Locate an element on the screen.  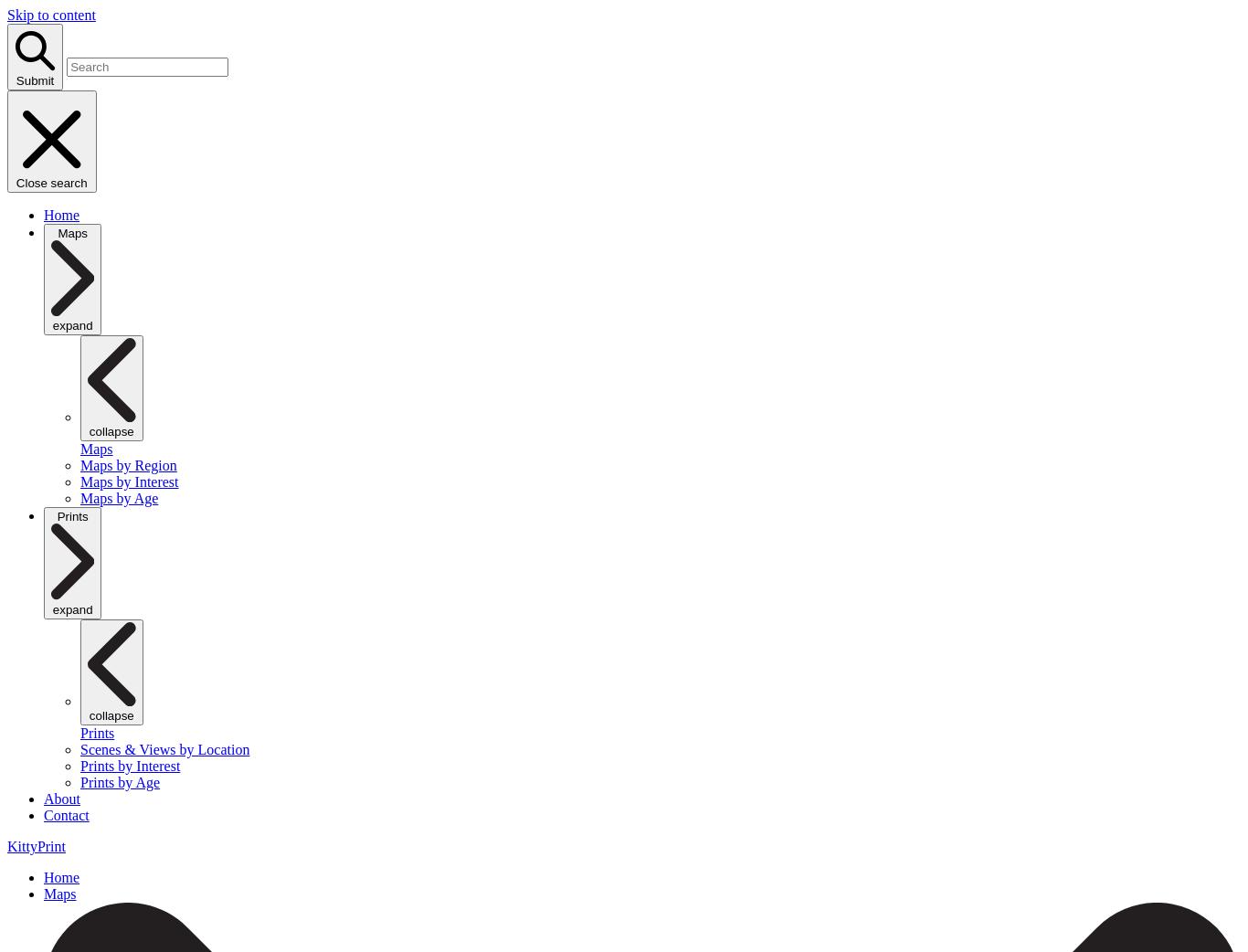
'Prints by Interest' is located at coordinates (129, 765).